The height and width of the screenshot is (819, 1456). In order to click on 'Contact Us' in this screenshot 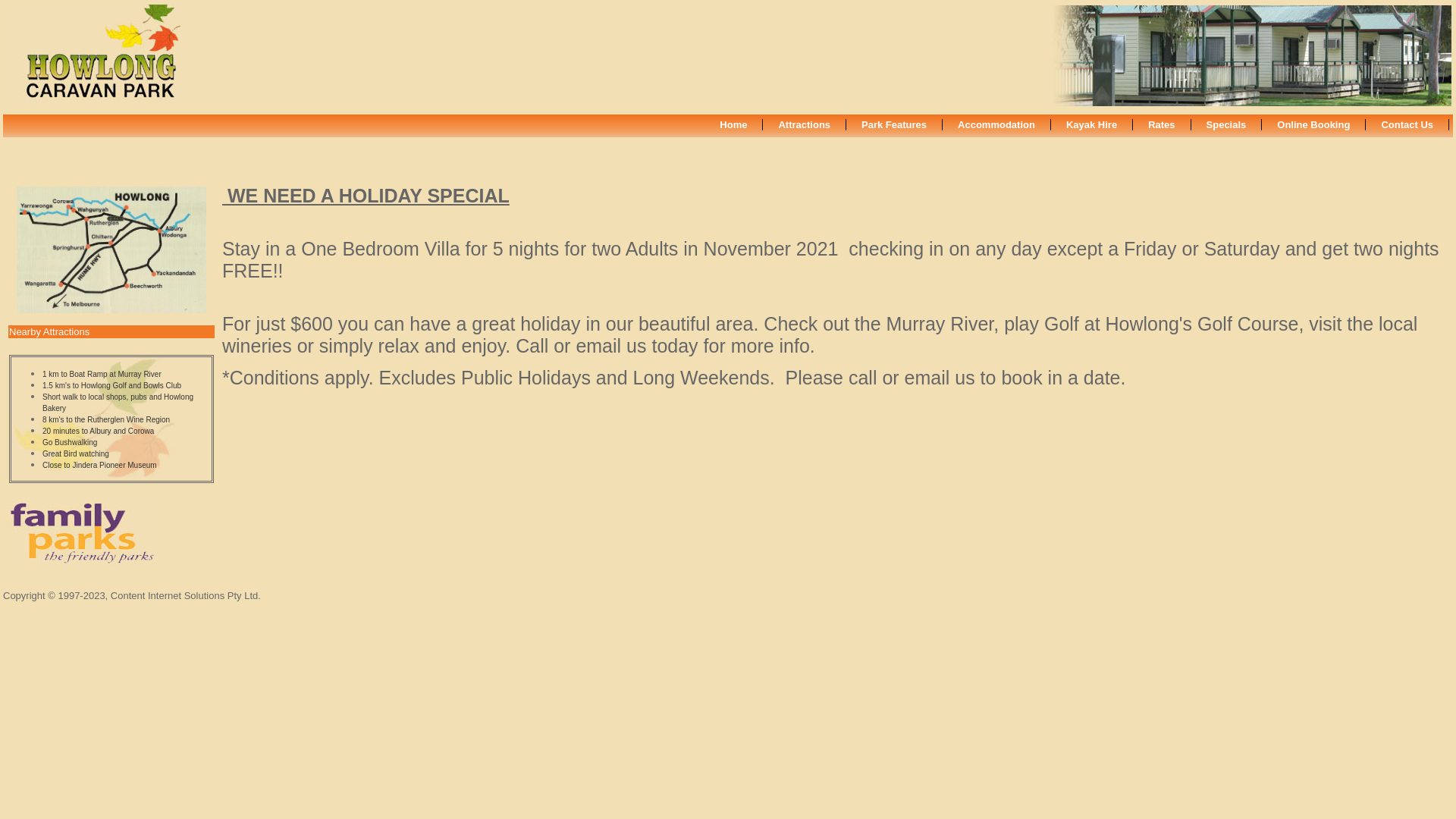, I will do `click(1407, 124)`.